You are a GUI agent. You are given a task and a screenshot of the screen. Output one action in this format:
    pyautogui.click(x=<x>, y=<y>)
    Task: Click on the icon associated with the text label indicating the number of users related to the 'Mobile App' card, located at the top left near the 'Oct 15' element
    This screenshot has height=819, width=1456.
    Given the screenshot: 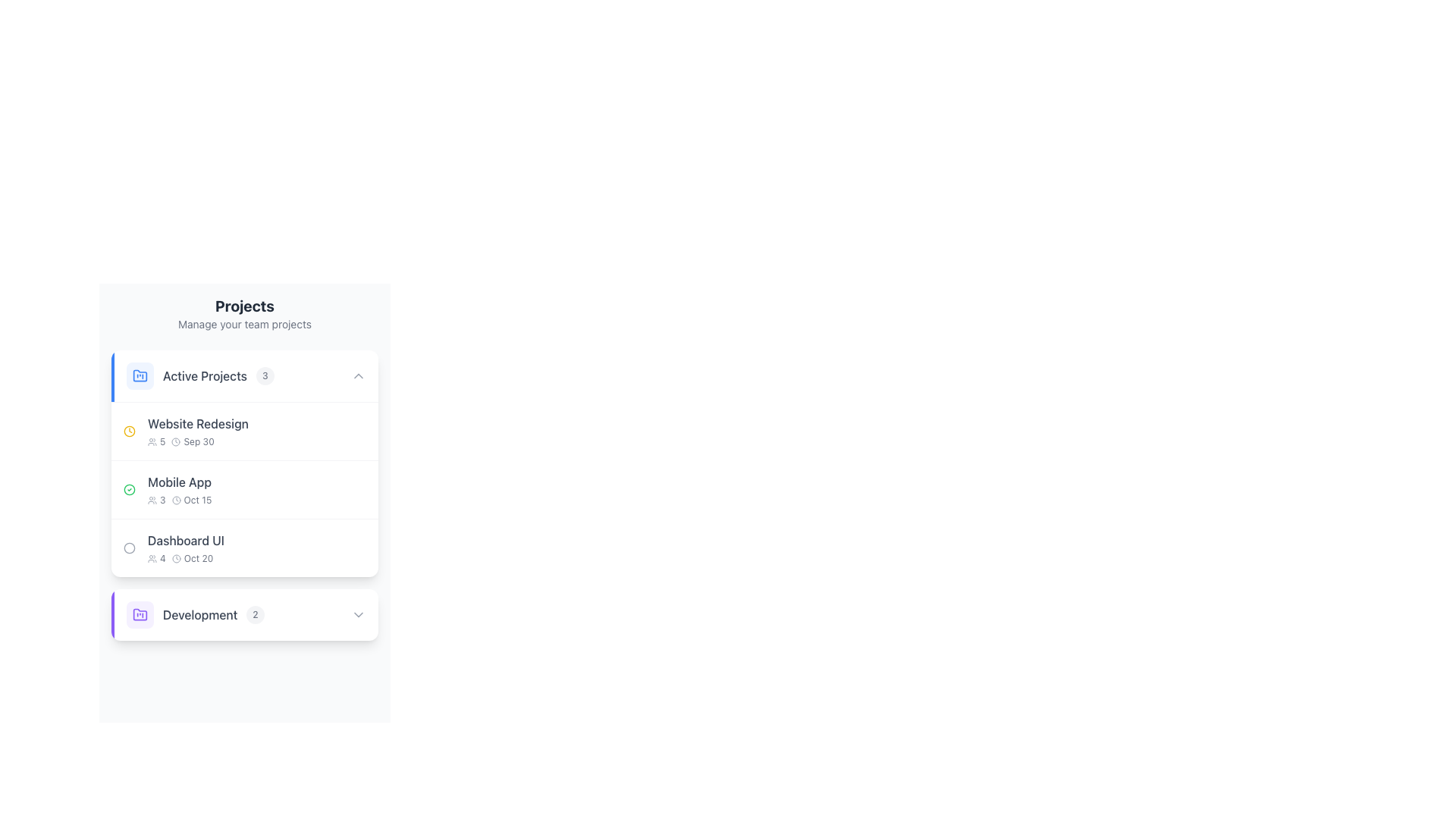 What is the action you would take?
    pyautogui.click(x=156, y=500)
    